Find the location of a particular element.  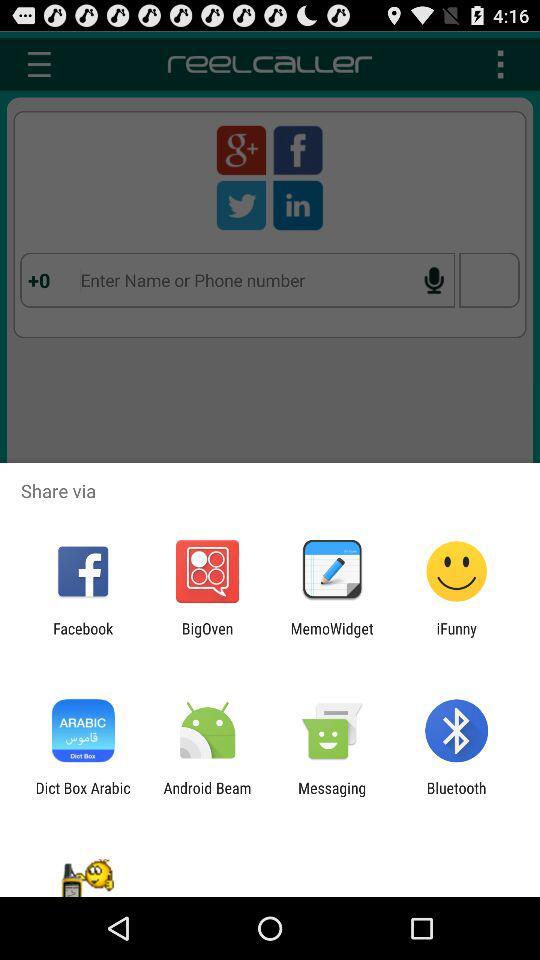

the facebook app is located at coordinates (82, 636).